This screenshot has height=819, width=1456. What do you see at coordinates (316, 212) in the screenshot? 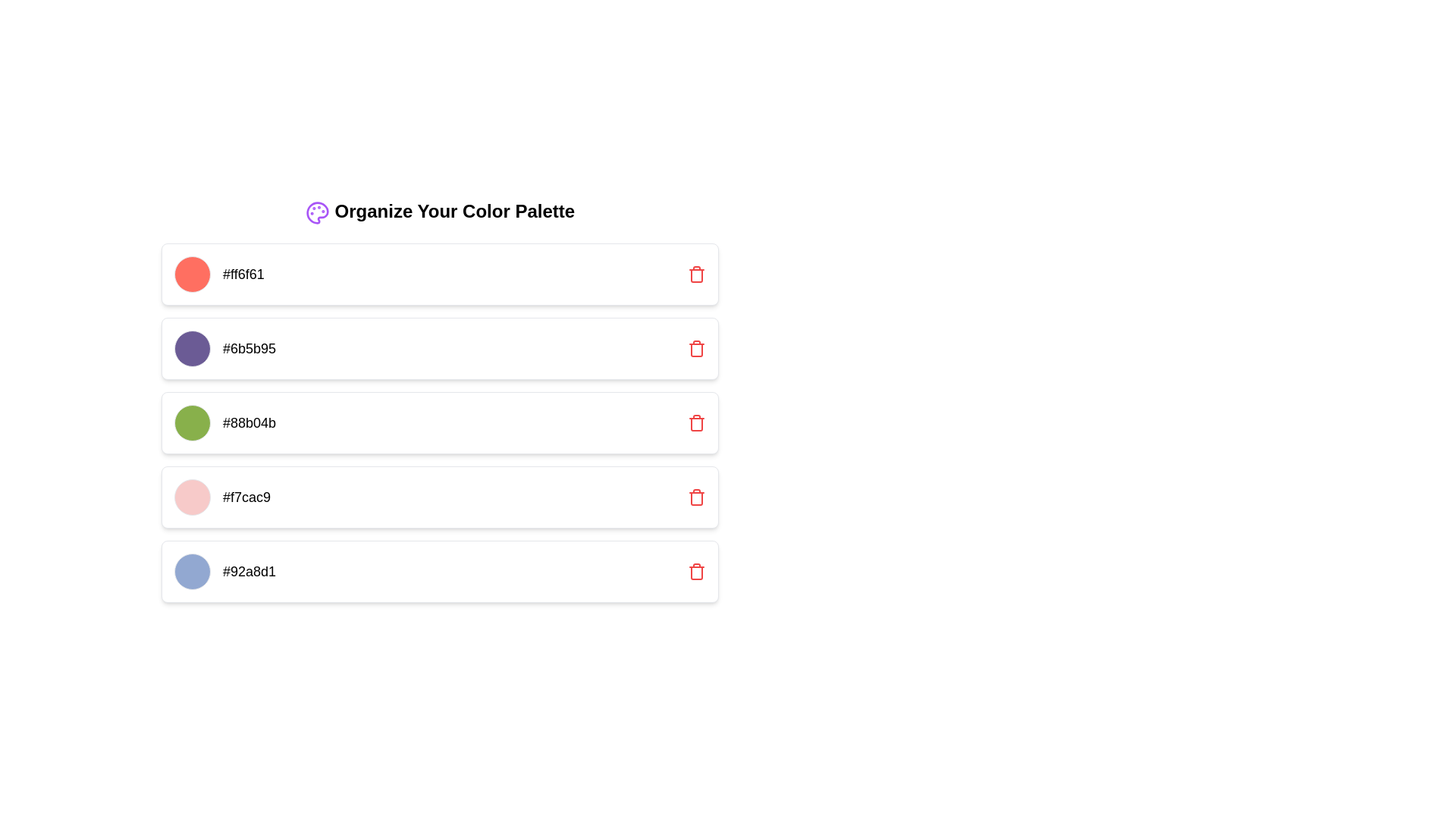
I see `the decorative icon representing palette organization, located just above the 'Organize Your Color Palette' heading` at bounding box center [316, 212].